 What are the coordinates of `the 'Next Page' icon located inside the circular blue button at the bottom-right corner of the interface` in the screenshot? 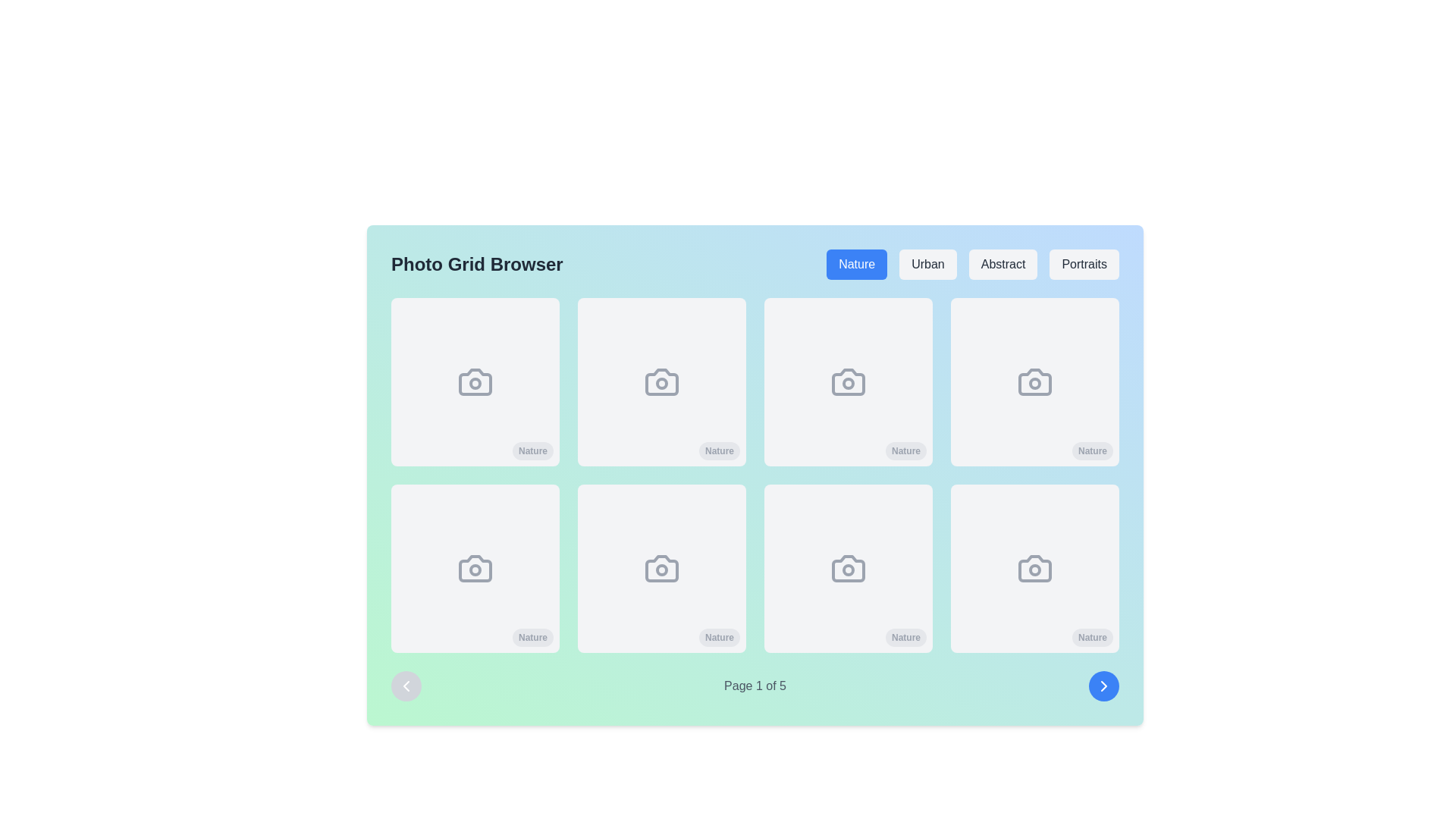 It's located at (1103, 686).